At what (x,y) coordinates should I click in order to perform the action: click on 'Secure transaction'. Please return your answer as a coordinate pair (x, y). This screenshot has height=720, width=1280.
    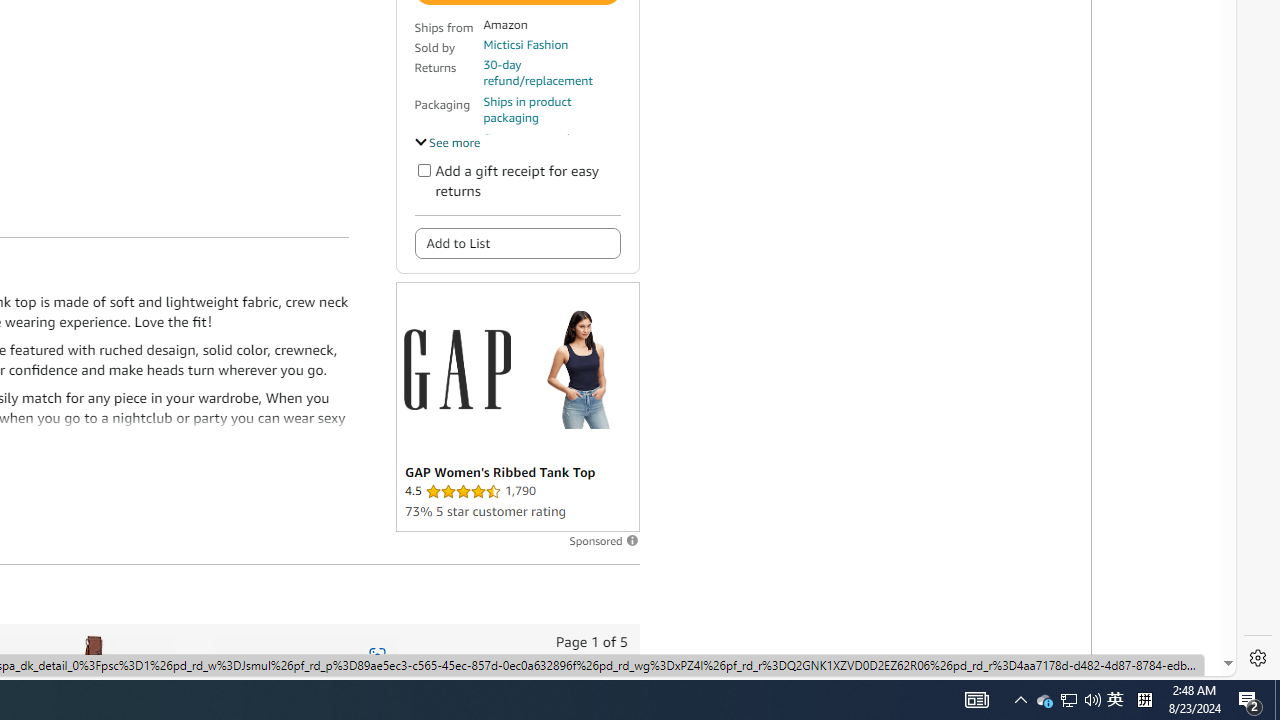
    Looking at the image, I should click on (533, 137).